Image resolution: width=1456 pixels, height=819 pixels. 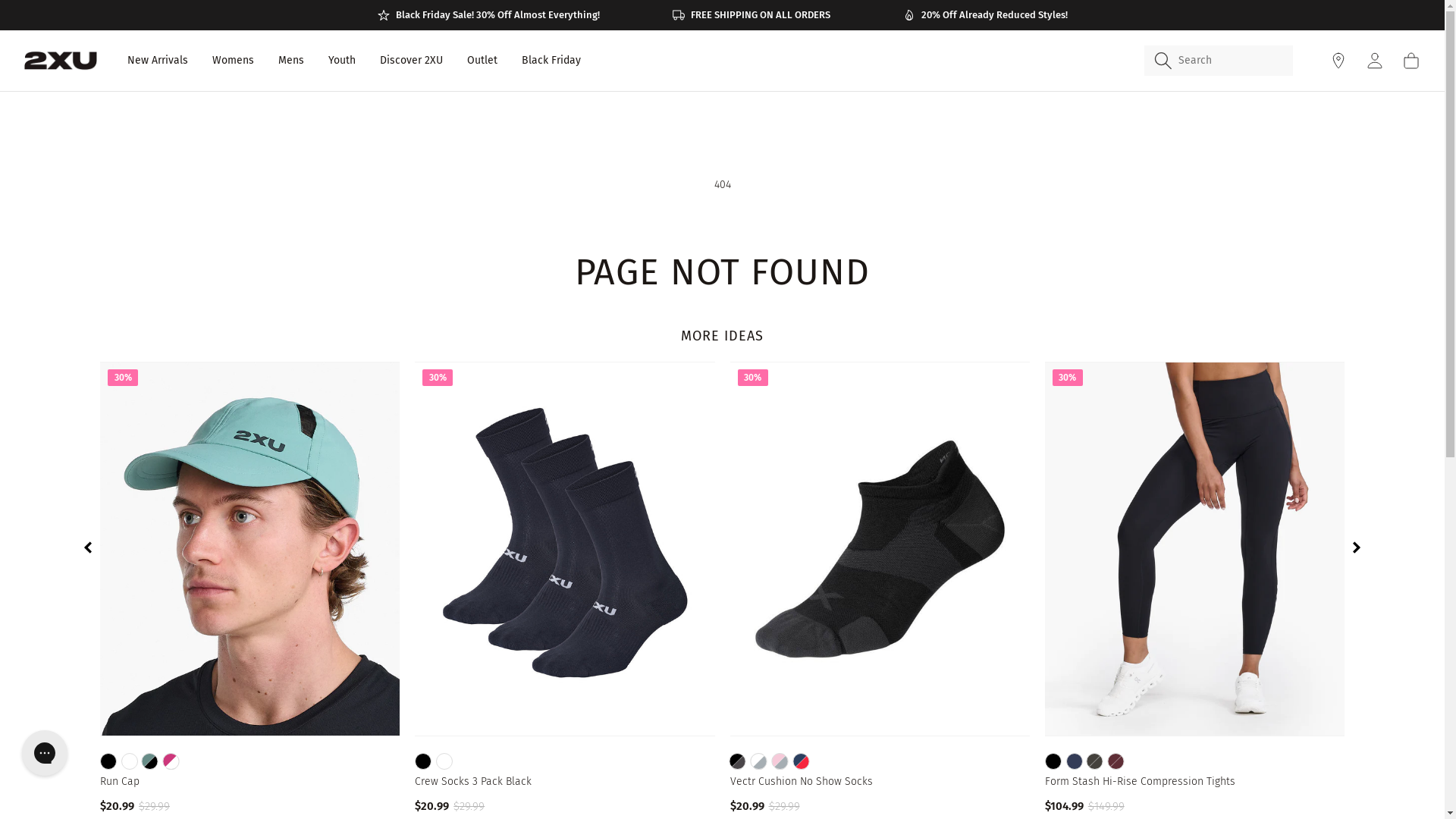 I want to click on 'Outlet', so click(x=481, y=60).